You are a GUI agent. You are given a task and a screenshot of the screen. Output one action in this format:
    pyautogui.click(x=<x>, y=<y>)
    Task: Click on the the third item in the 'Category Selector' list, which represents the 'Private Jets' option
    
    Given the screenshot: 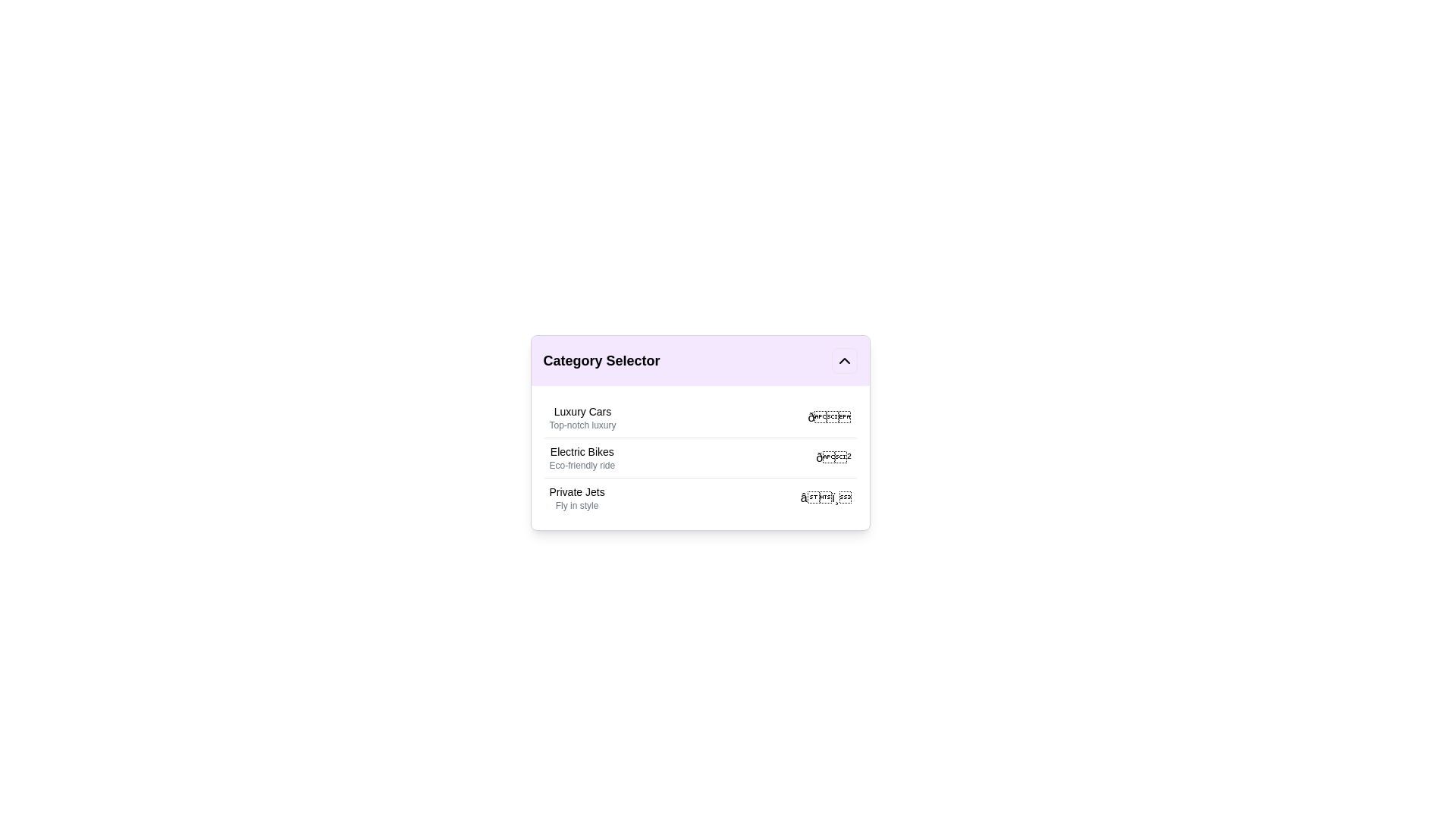 What is the action you would take?
    pyautogui.click(x=576, y=497)
    